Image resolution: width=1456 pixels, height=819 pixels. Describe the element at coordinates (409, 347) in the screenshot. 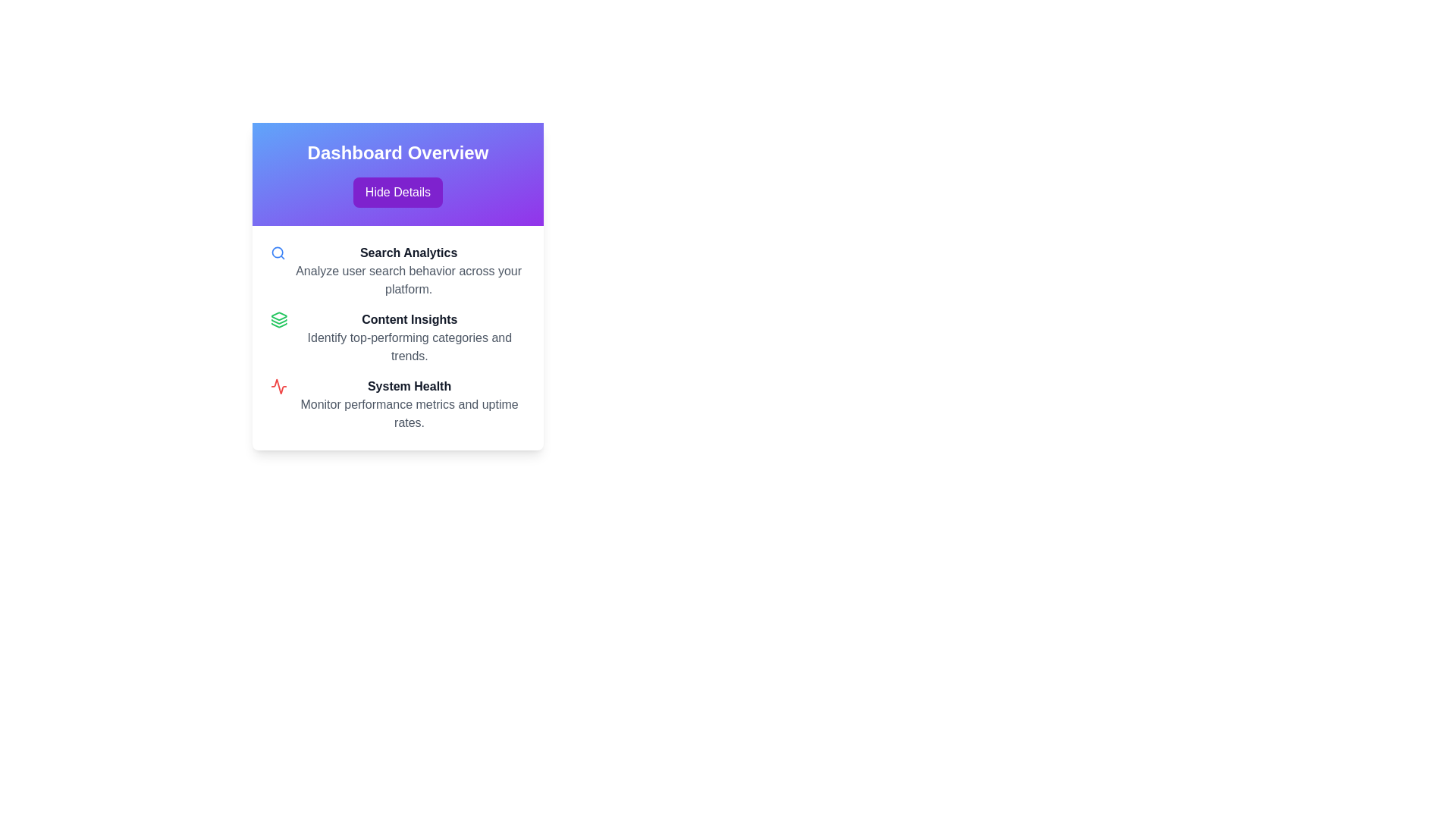

I see `the descriptive text element located under the 'Content Insights' heading, which provides additional details about its features` at that location.